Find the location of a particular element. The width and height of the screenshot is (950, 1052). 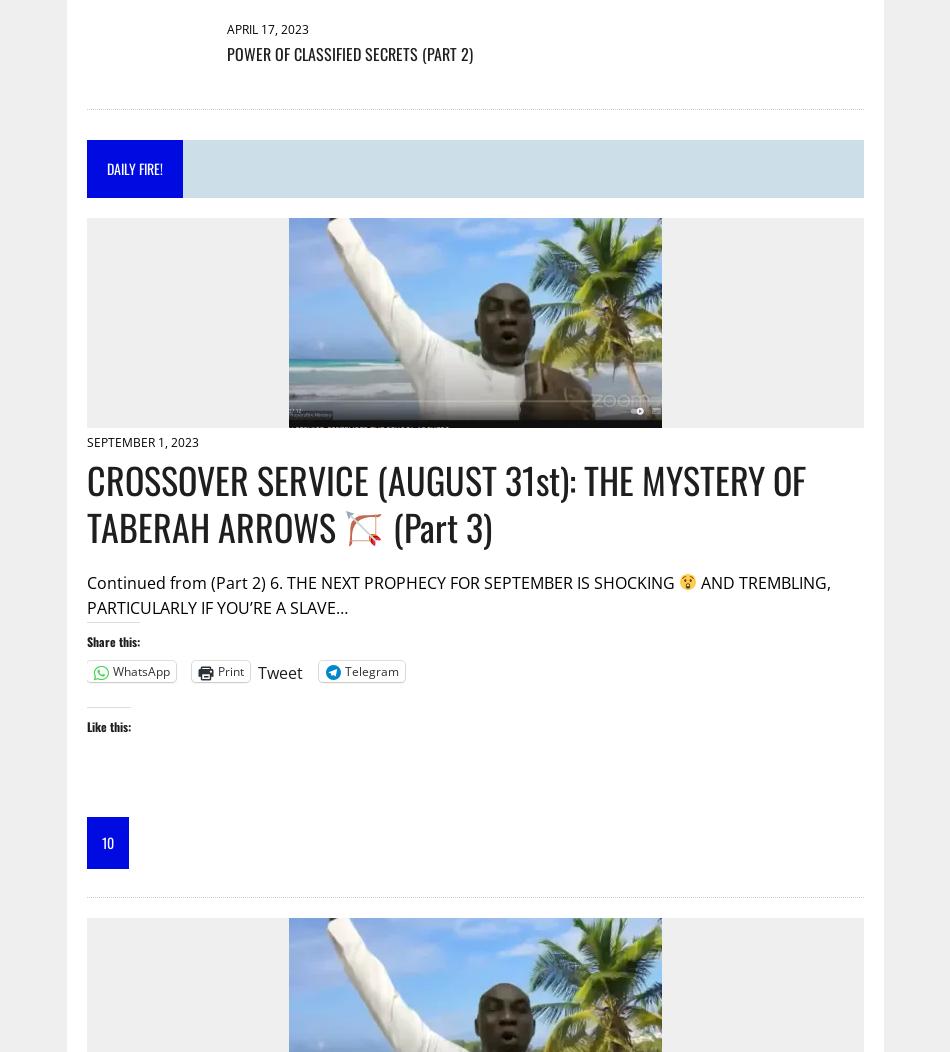

'Tweet' is located at coordinates (278, 671).